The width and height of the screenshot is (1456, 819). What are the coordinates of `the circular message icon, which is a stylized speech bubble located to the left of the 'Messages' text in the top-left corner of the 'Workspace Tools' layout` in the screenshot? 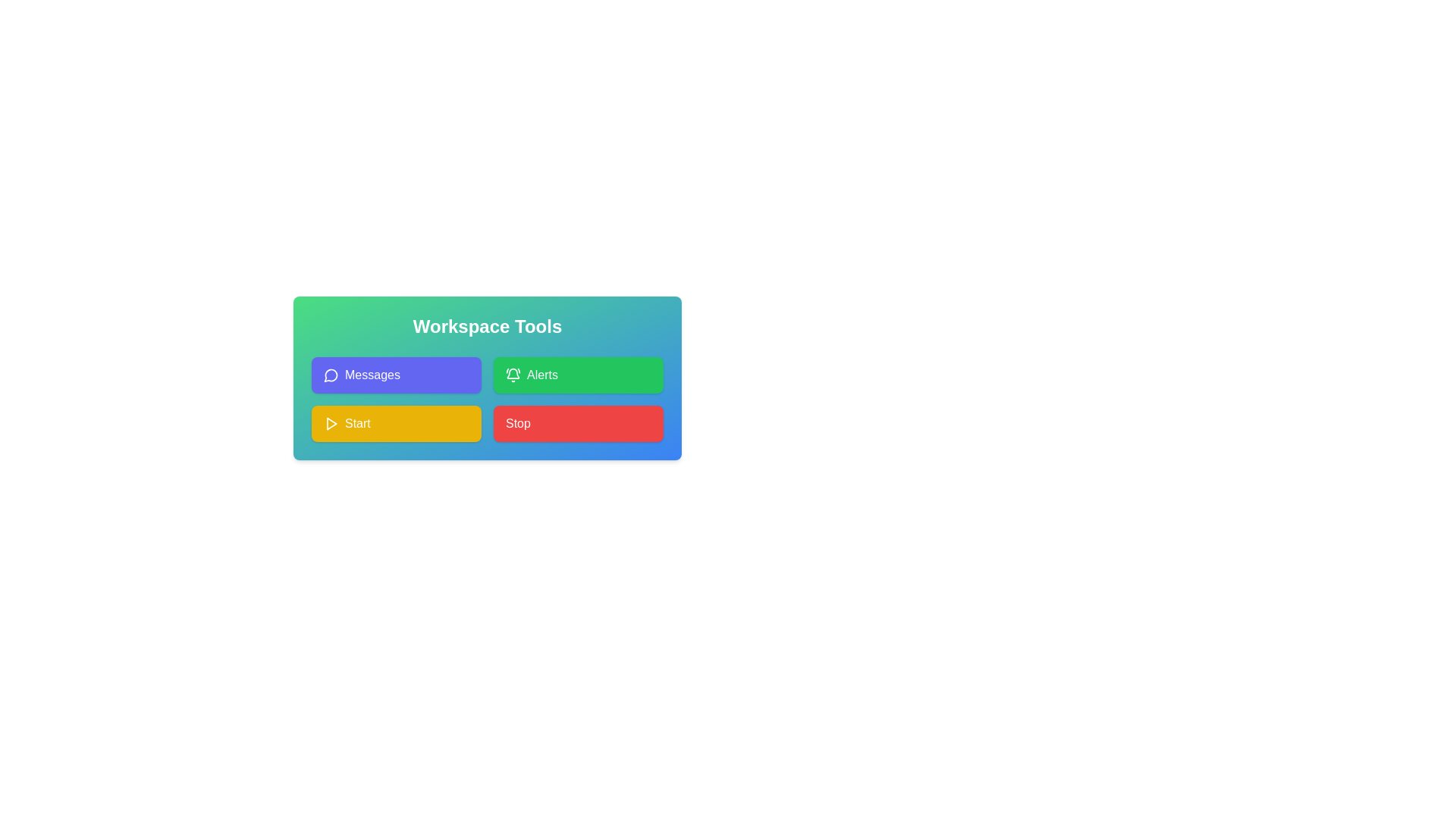 It's located at (330, 375).